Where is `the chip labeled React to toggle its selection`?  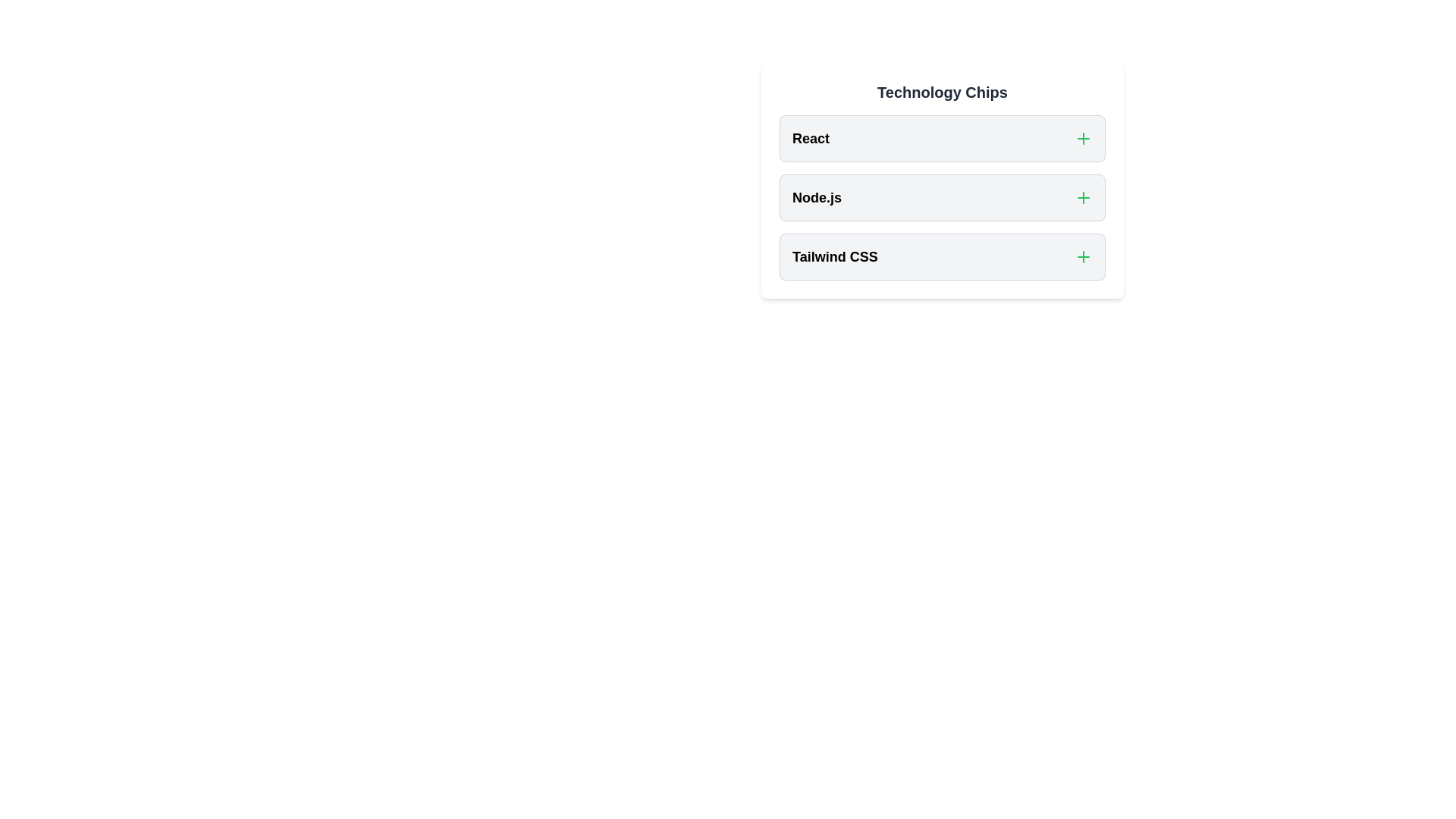 the chip labeled React to toggle its selection is located at coordinates (942, 138).